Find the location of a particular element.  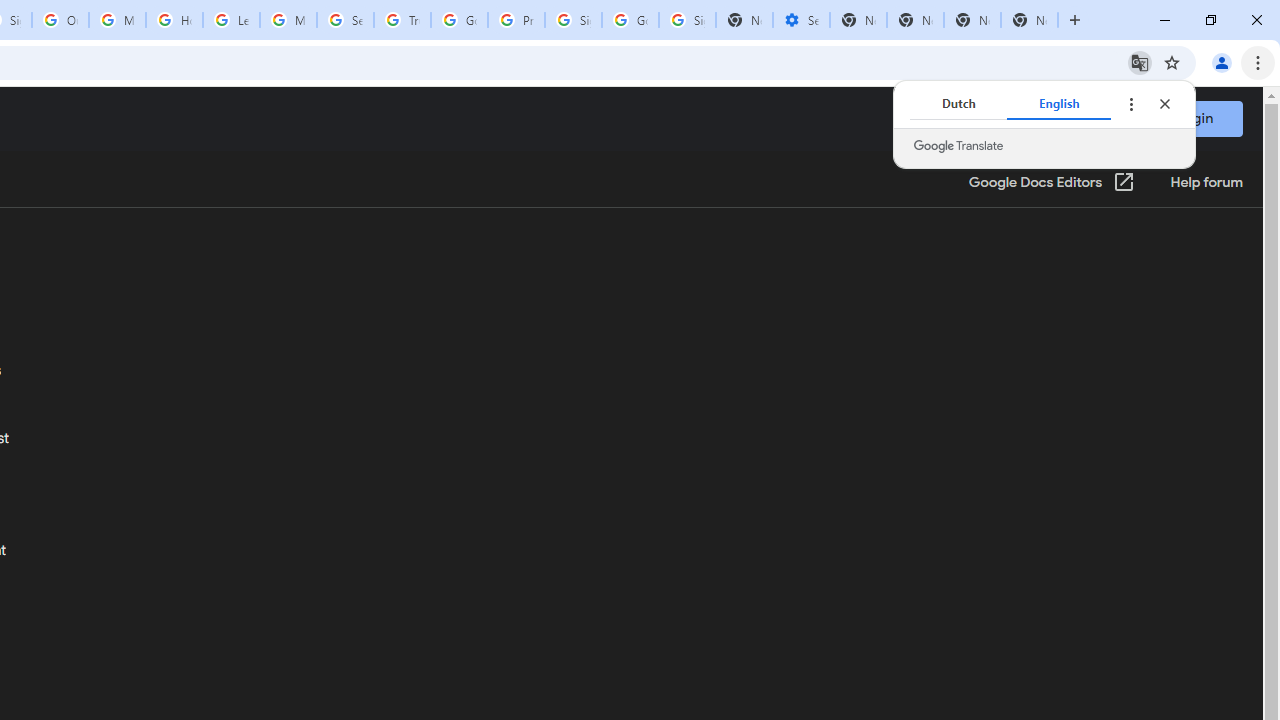

'Google Cybersecurity Innovations - Google Safety Center' is located at coordinates (629, 20).